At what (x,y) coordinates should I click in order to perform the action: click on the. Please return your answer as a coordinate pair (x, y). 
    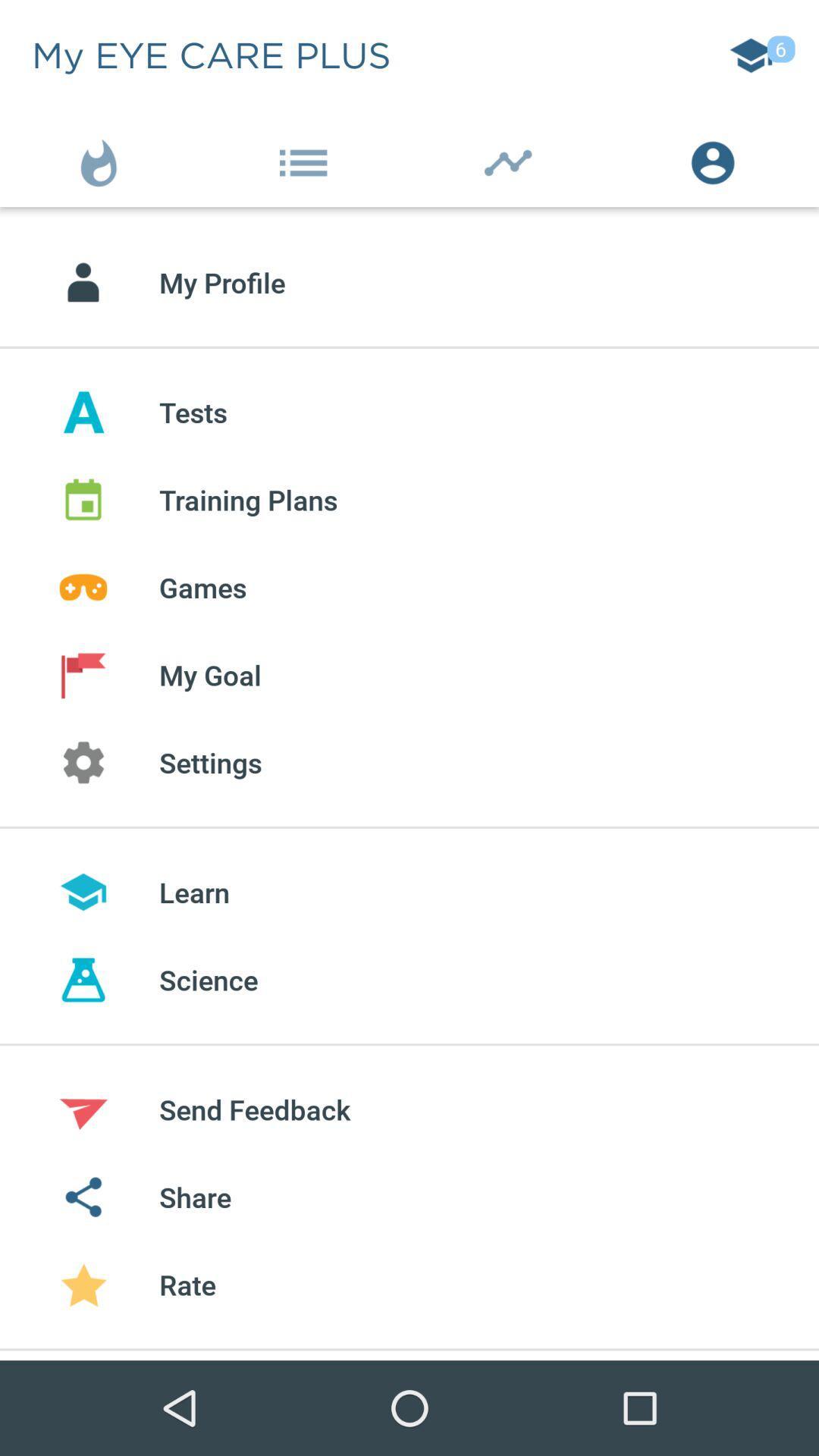
    Looking at the image, I should click on (512, 159).